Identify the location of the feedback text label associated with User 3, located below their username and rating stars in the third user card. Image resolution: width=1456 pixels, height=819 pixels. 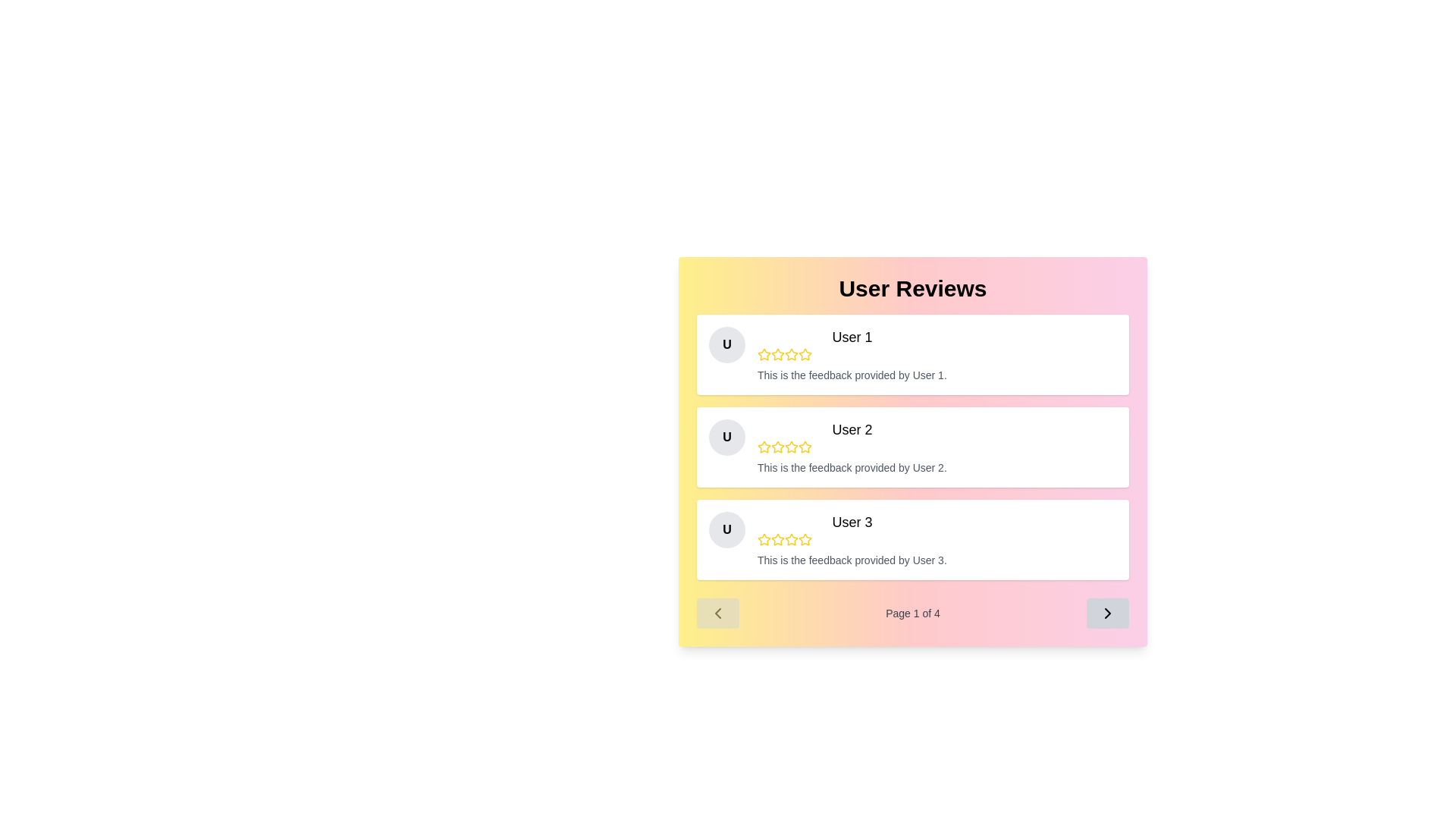
(852, 560).